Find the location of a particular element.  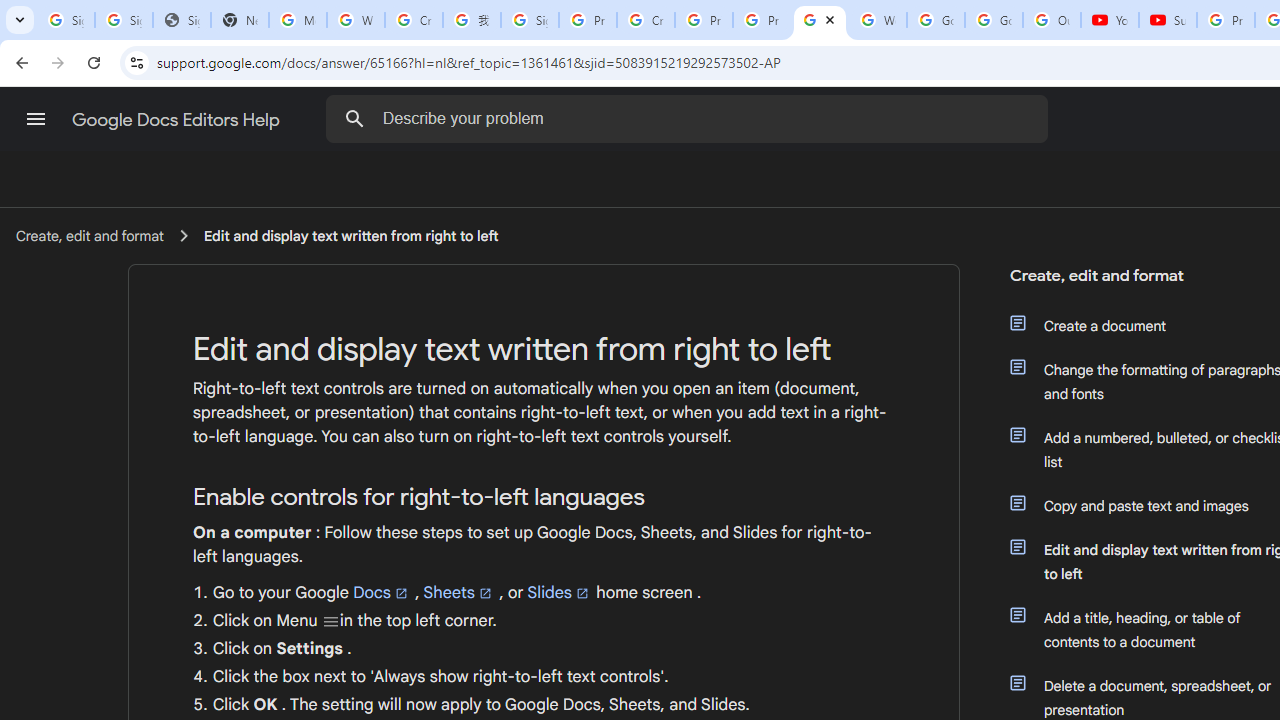

'Google Account' is located at coordinates (993, 20).